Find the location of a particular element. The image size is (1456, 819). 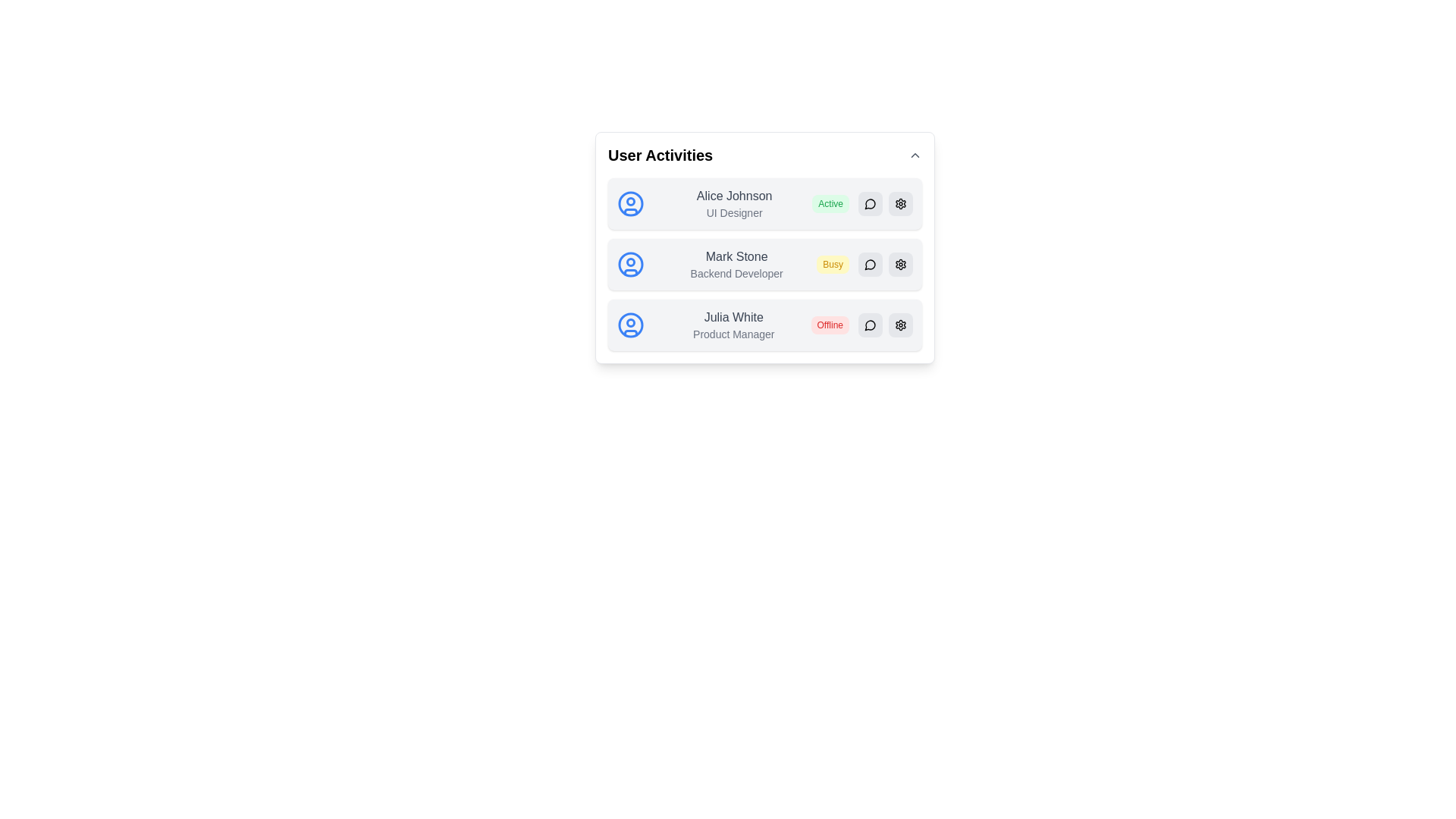

the user's name 'Julia White' in the user profile card is located at coordinates (764, 324).